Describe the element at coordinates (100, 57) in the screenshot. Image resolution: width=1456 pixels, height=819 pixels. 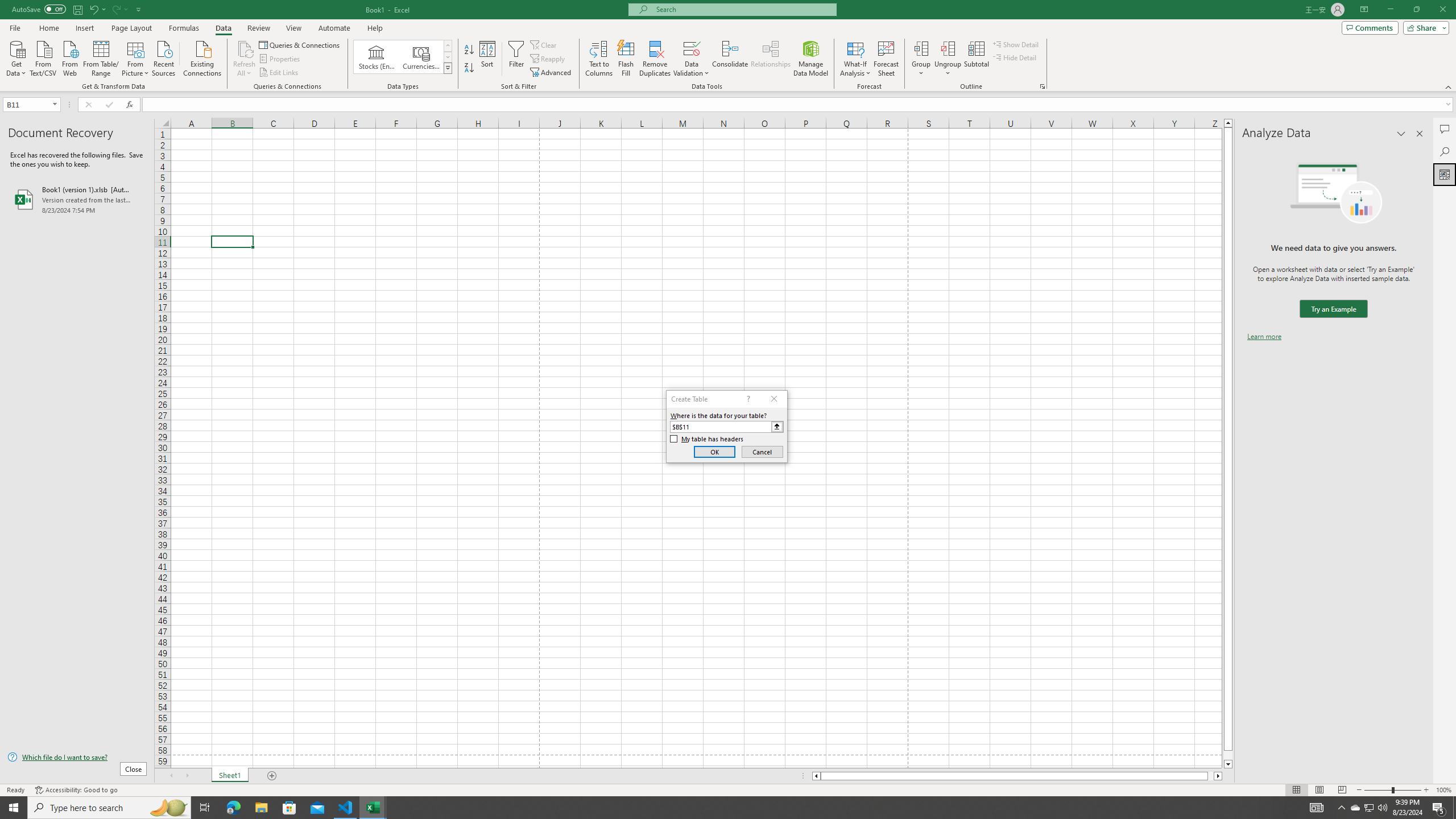
I see `'From Table/Range'` at that location.